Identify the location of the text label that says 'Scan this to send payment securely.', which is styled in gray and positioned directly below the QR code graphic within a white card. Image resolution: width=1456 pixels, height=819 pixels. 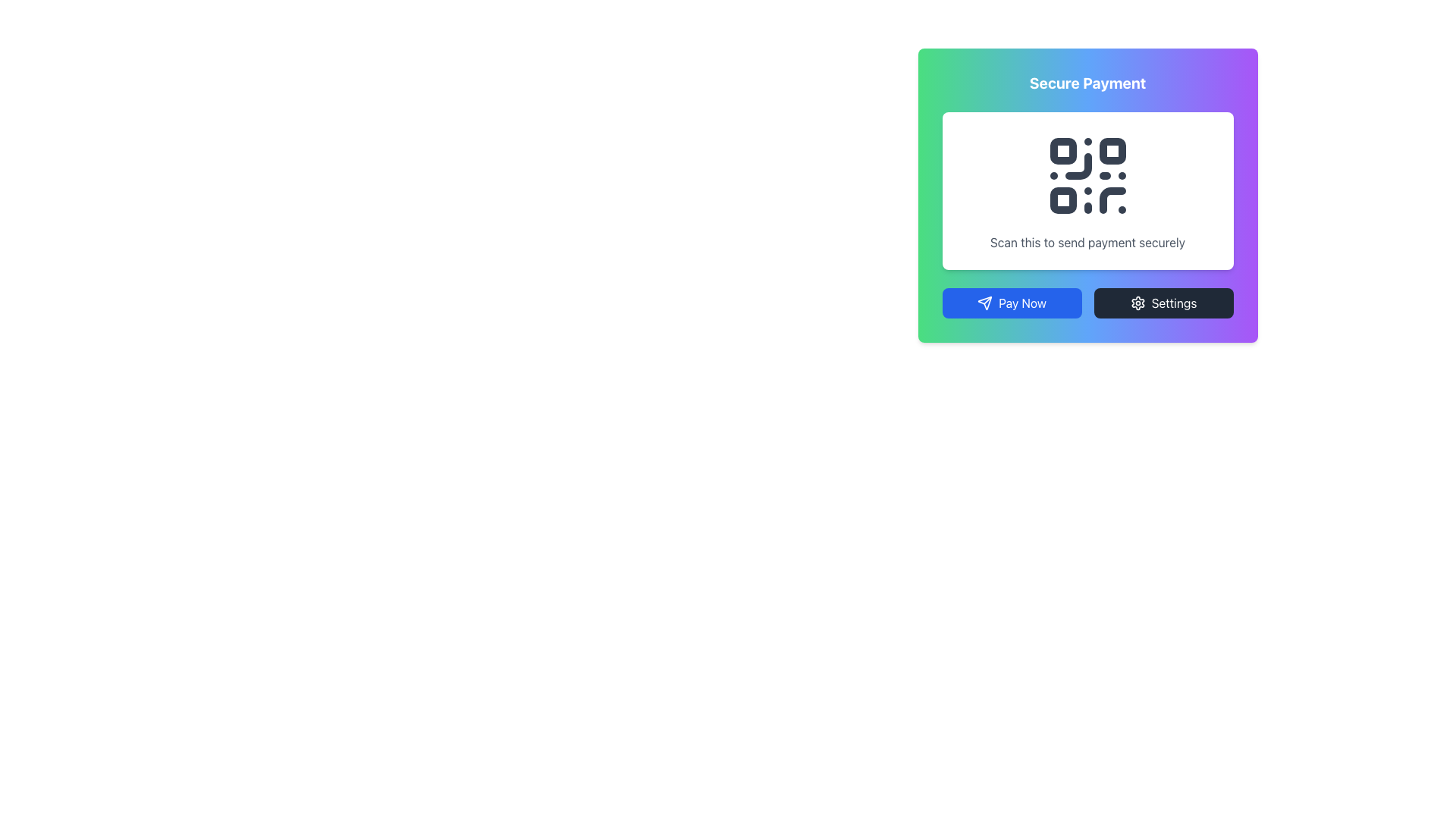
(1087, 242).